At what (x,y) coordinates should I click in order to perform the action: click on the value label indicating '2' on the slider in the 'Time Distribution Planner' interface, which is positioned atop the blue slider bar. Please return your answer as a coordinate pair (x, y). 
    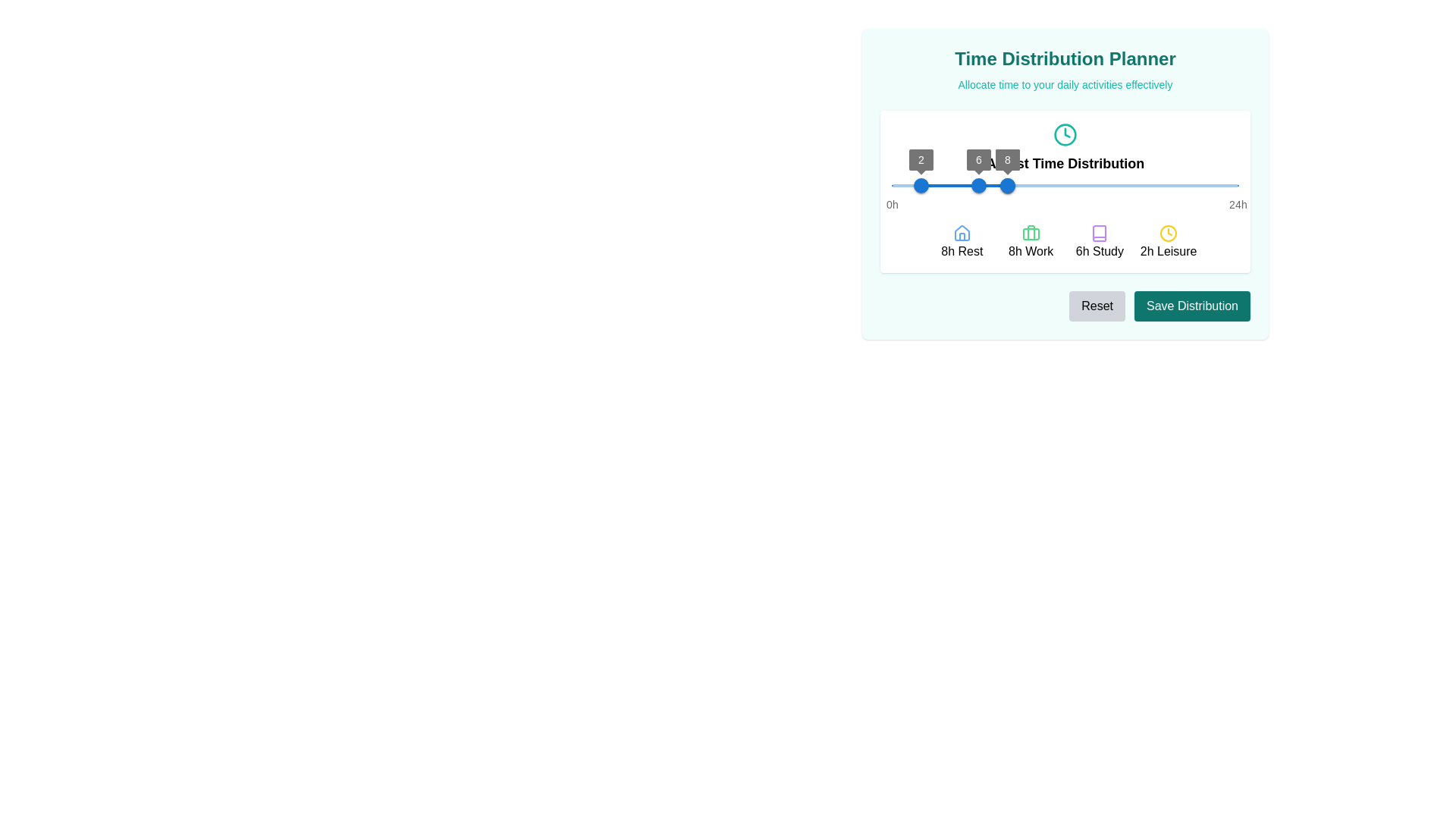
    Looking at the image, I should click on (920, 160).